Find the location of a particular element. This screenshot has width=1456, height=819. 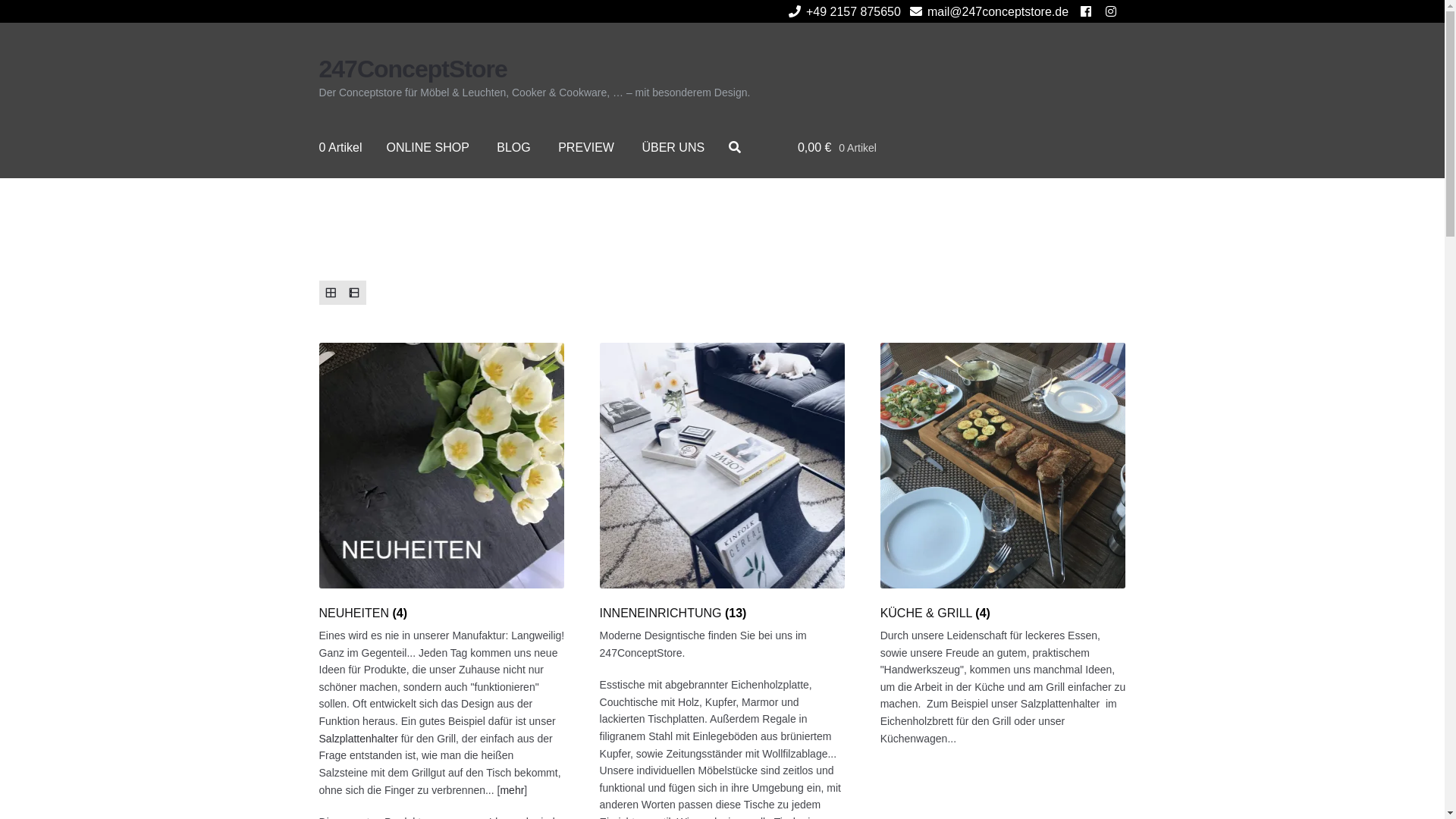

'mail@247conceptstore.de' is located at coordinates (986, 11).